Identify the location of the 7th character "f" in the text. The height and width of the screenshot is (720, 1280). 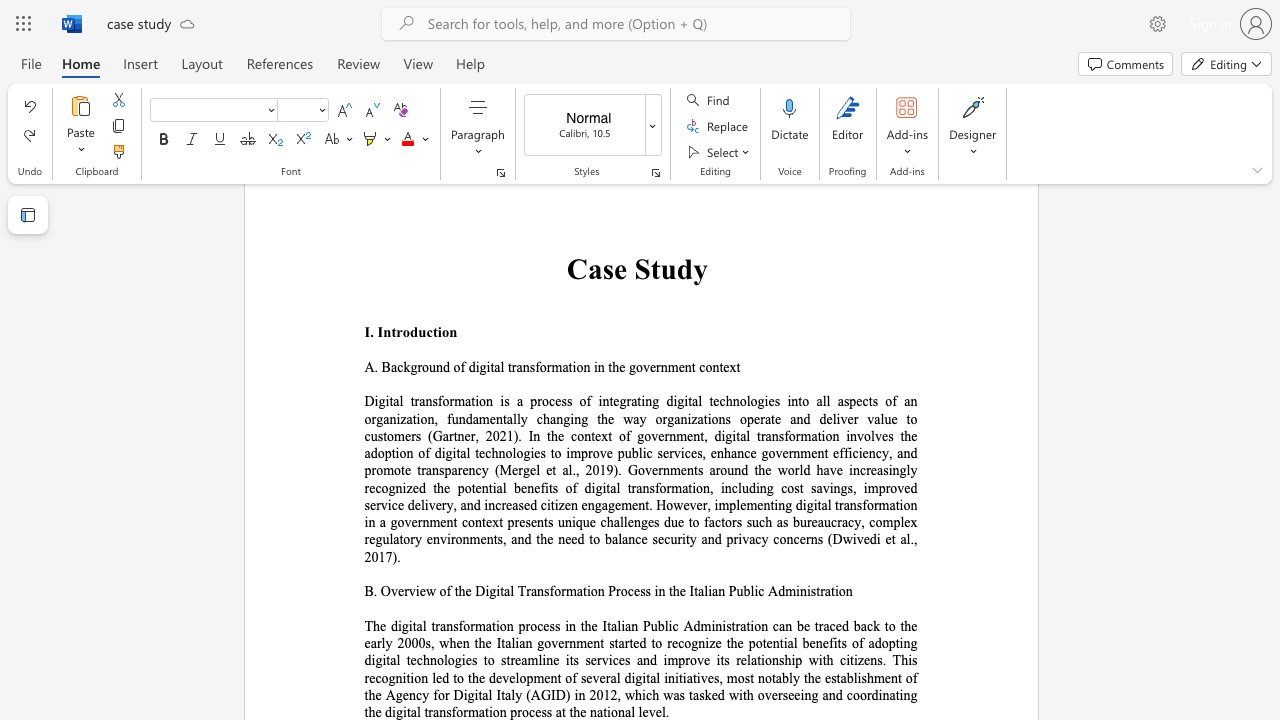
(452, 711).